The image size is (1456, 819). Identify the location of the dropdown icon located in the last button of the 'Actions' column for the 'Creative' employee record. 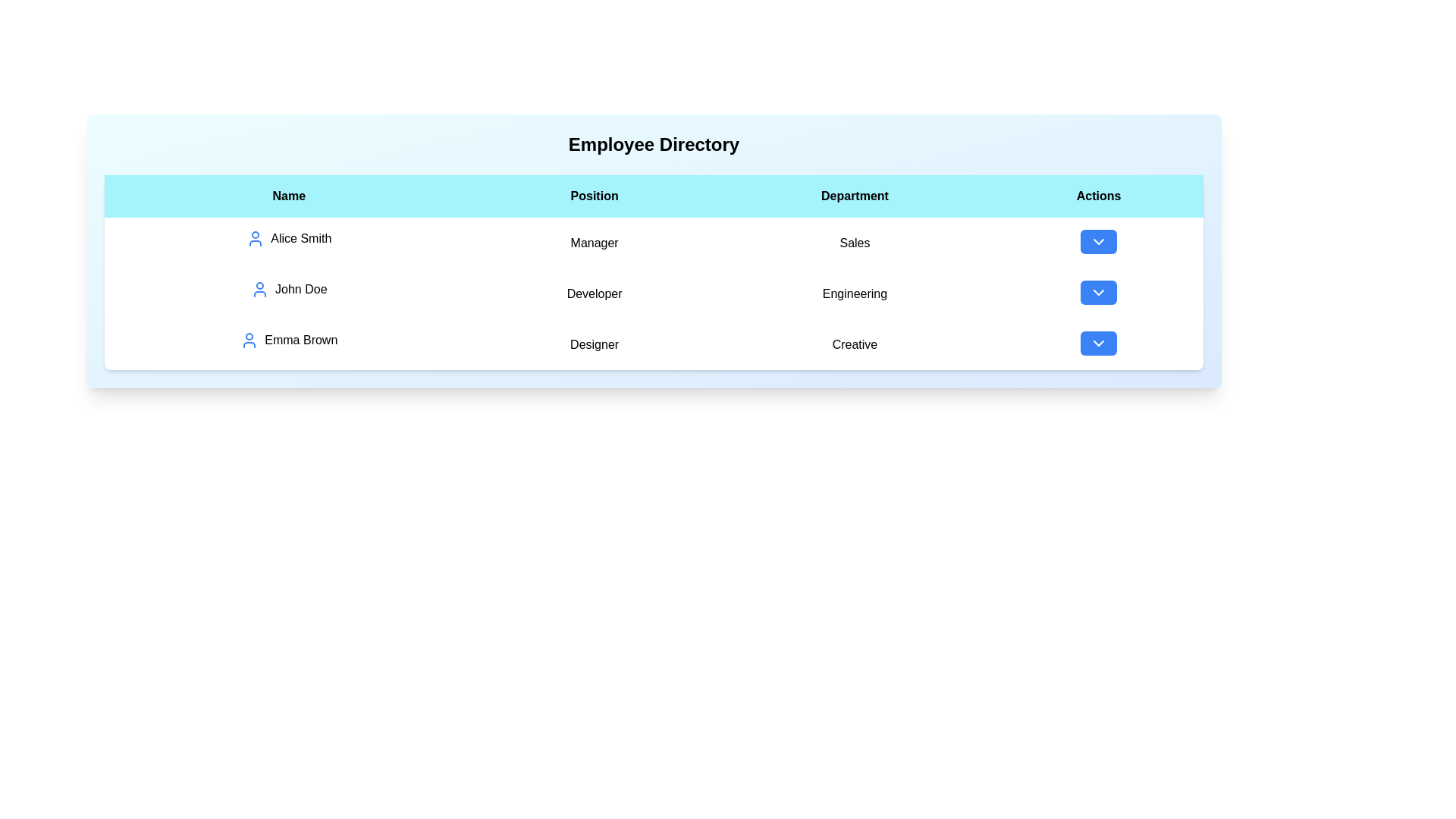
(1099, 343).